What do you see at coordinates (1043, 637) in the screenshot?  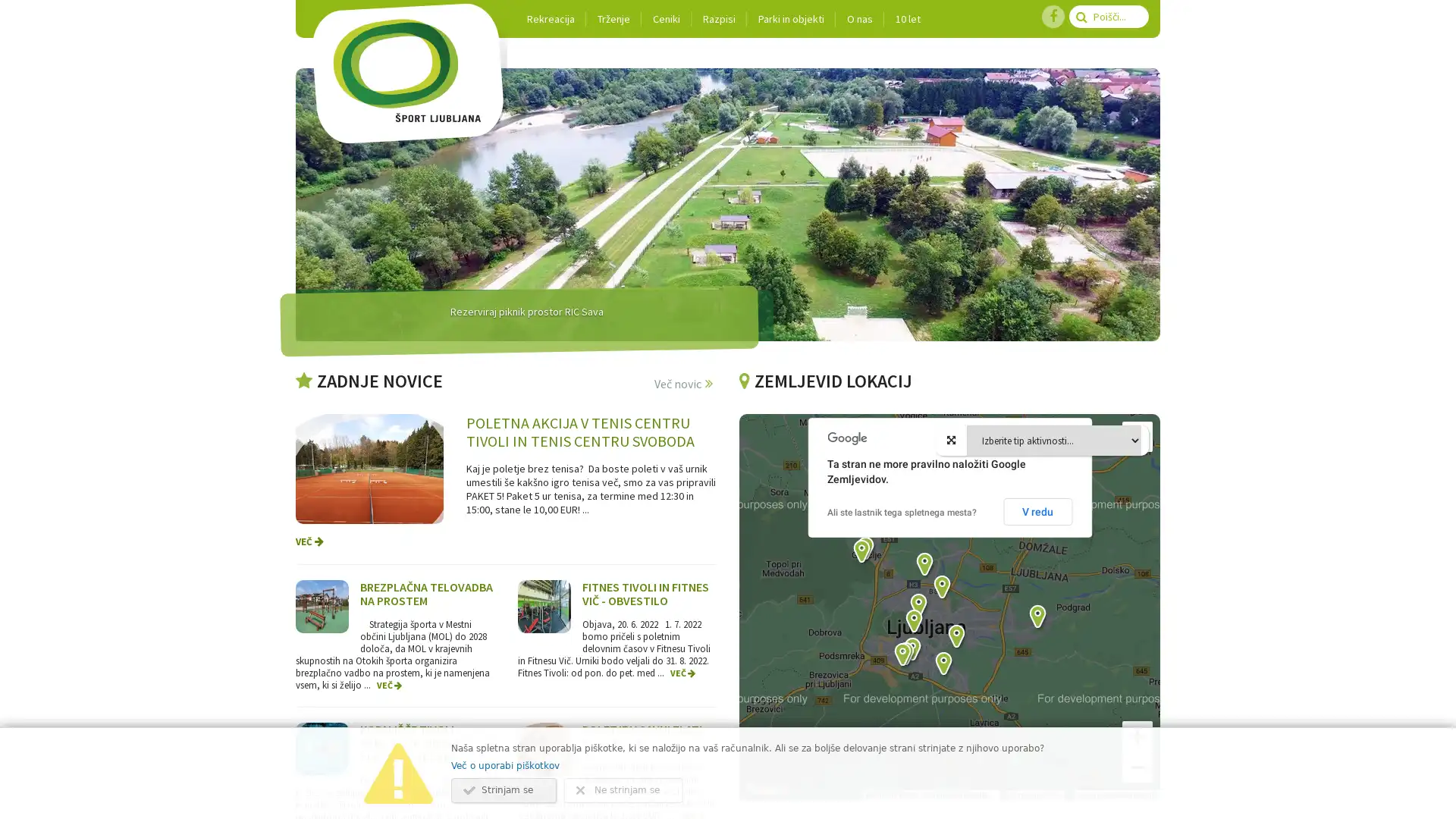 I see `Kako do nas?` at bounding box center [1043, 637].